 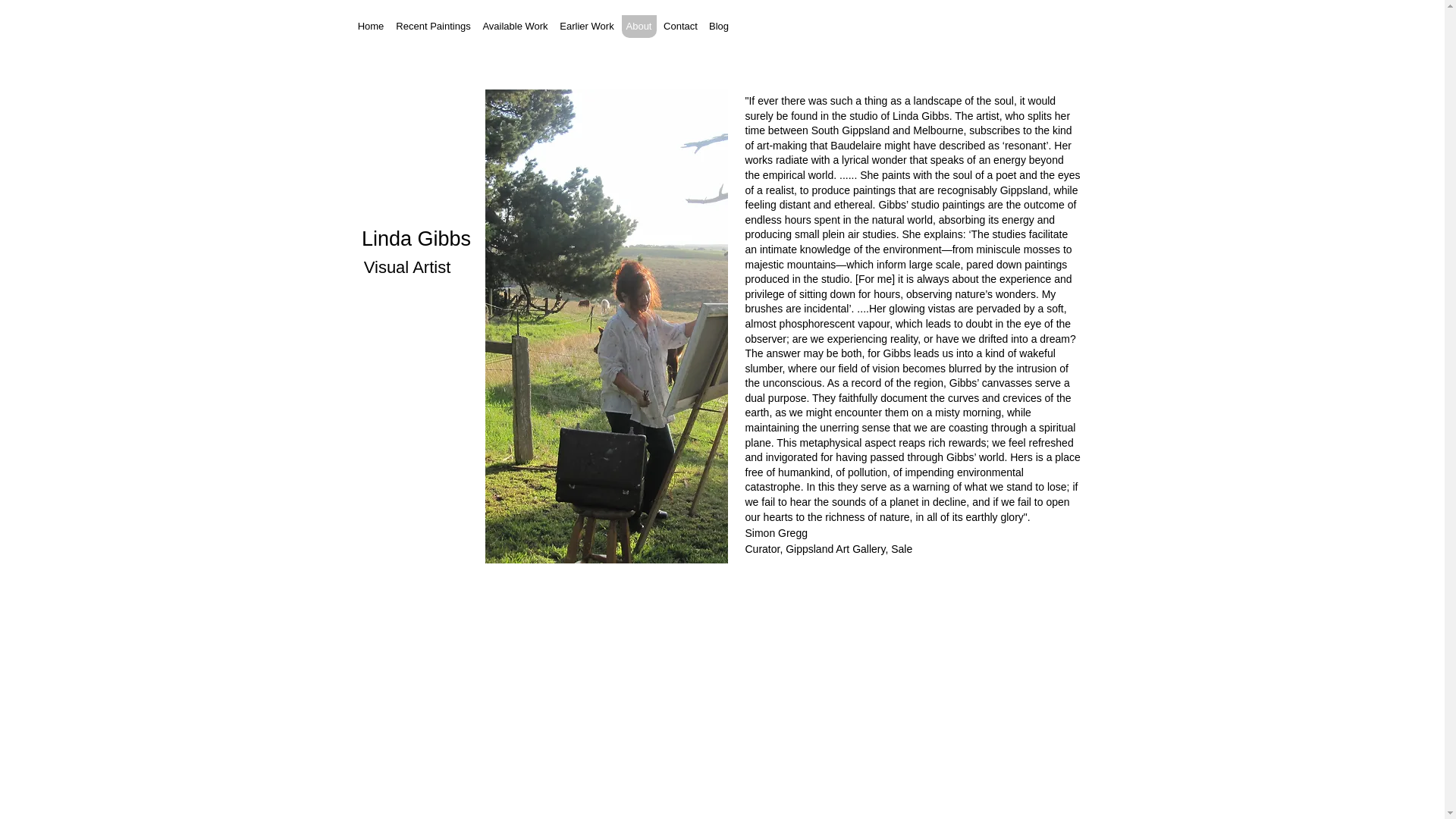 What do you see at coordinates (659, 26) in the screenshot?
I see `'Contact'` at bounding box center [659, 26].